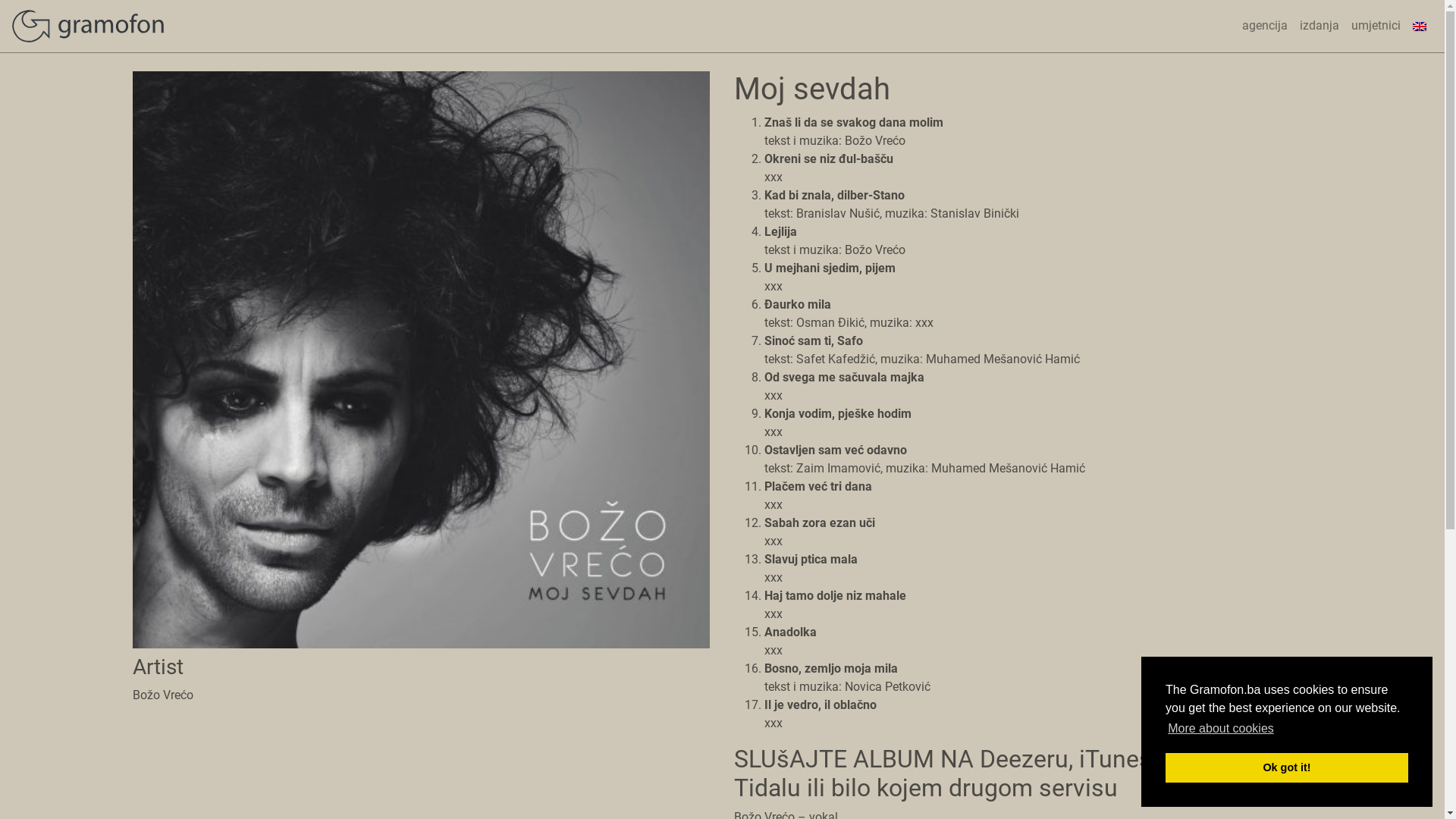 This screenshot has height=819, width=1456. Describe the element at coordinates (1318, 26) in the screenshot. I see `'izdanja'` at that location.